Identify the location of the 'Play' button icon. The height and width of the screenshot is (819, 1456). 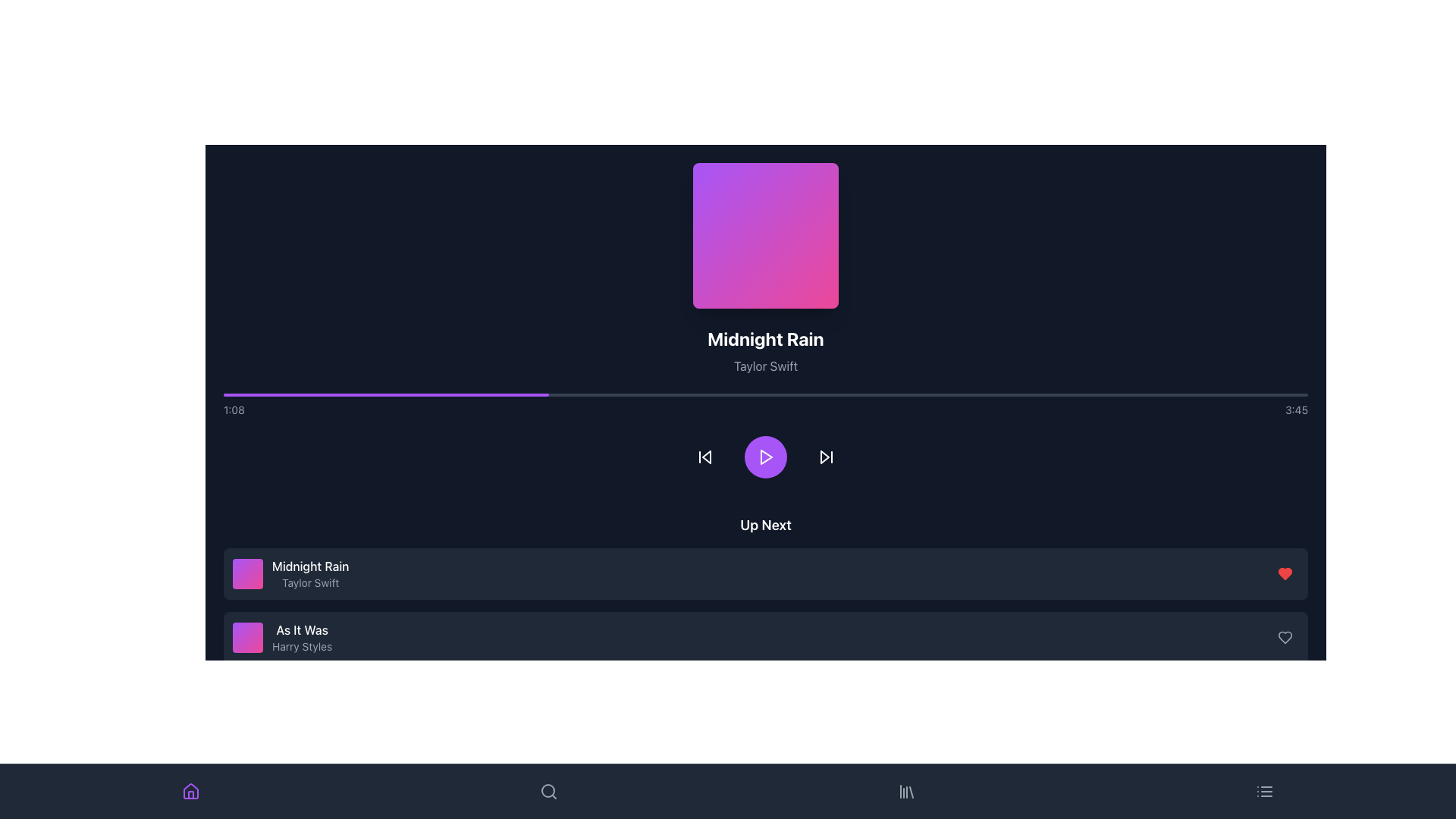
(765, 456).